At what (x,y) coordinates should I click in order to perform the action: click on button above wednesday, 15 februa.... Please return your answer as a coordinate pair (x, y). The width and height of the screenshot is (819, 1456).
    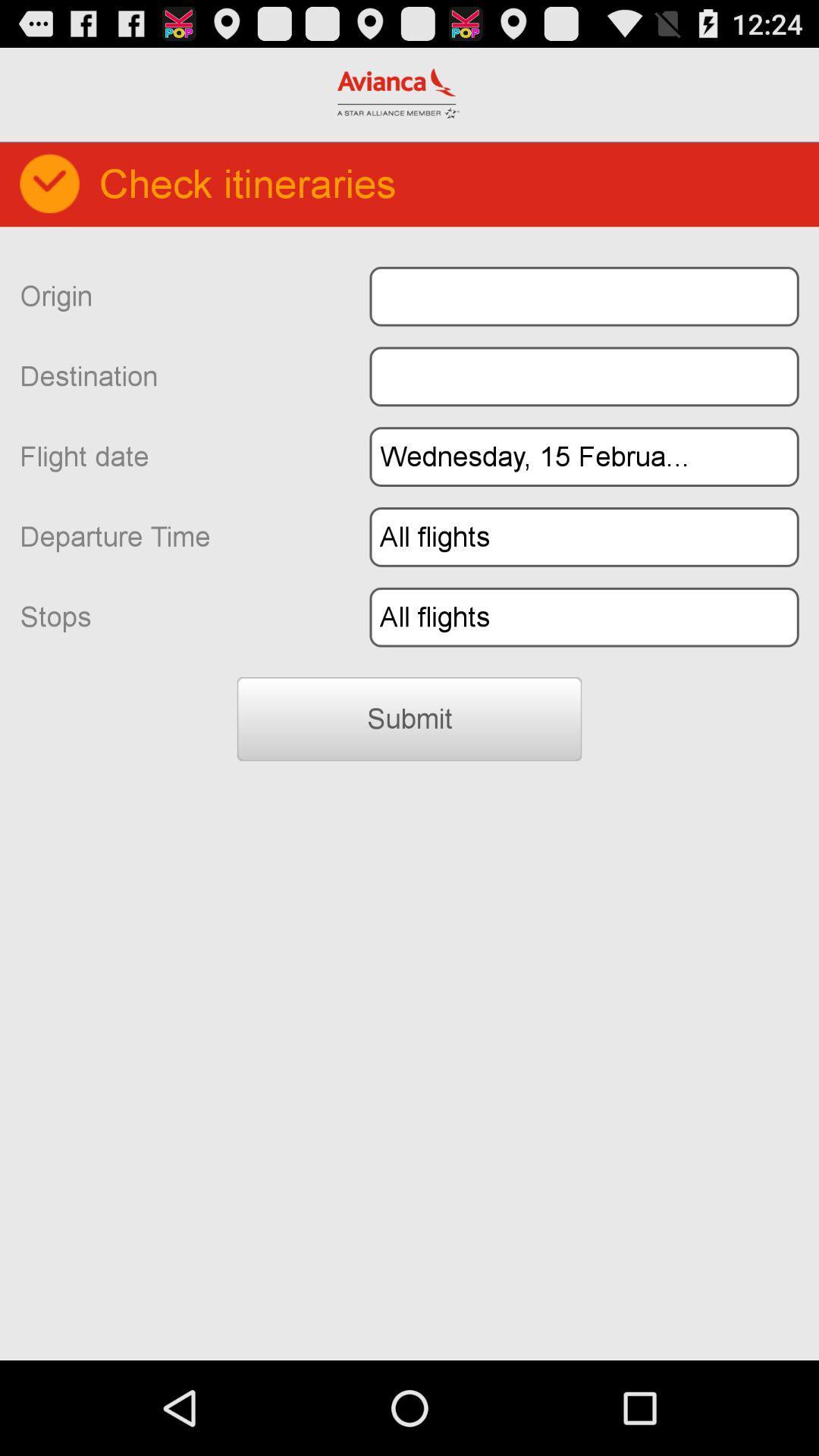
    Looking at the image, I should click on (583, 376).